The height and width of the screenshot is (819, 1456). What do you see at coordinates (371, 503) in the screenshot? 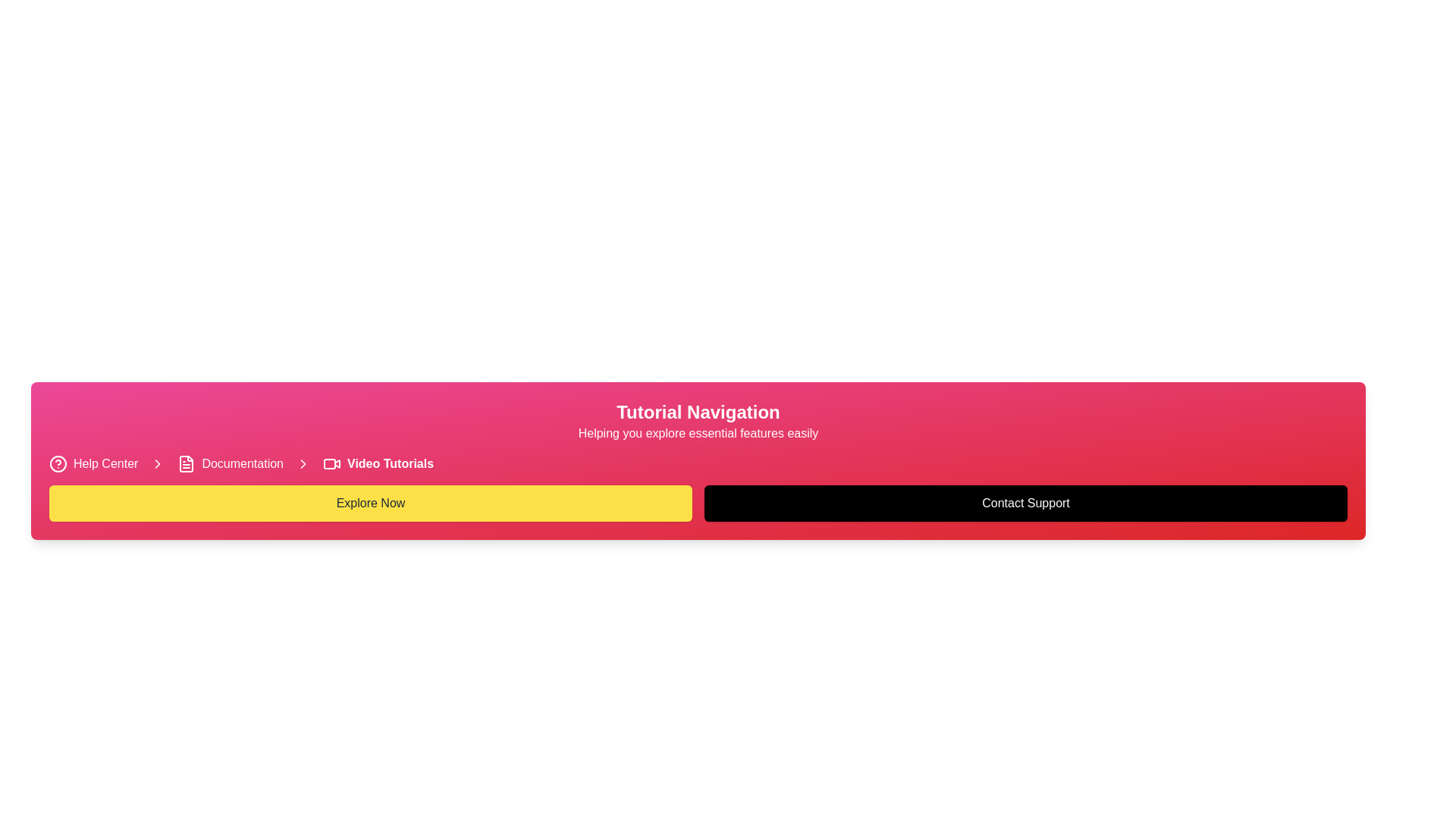
I see `the yellow rectangular 'Explore Now' button with rounded corners` at bounding box center [371, 503].